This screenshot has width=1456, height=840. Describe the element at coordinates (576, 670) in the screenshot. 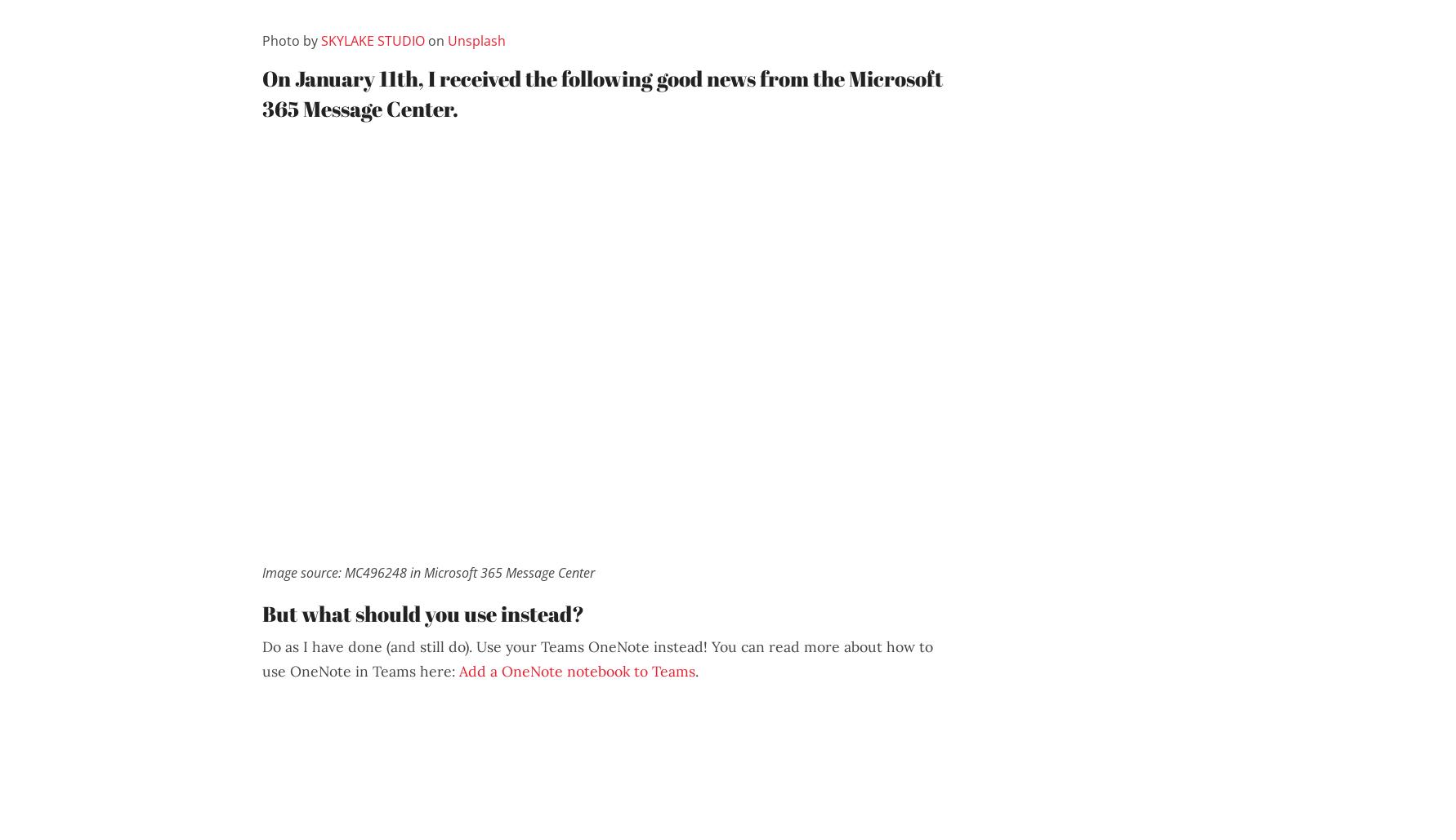

I see `'Add a OneNote notebook to Teams'` at that location.